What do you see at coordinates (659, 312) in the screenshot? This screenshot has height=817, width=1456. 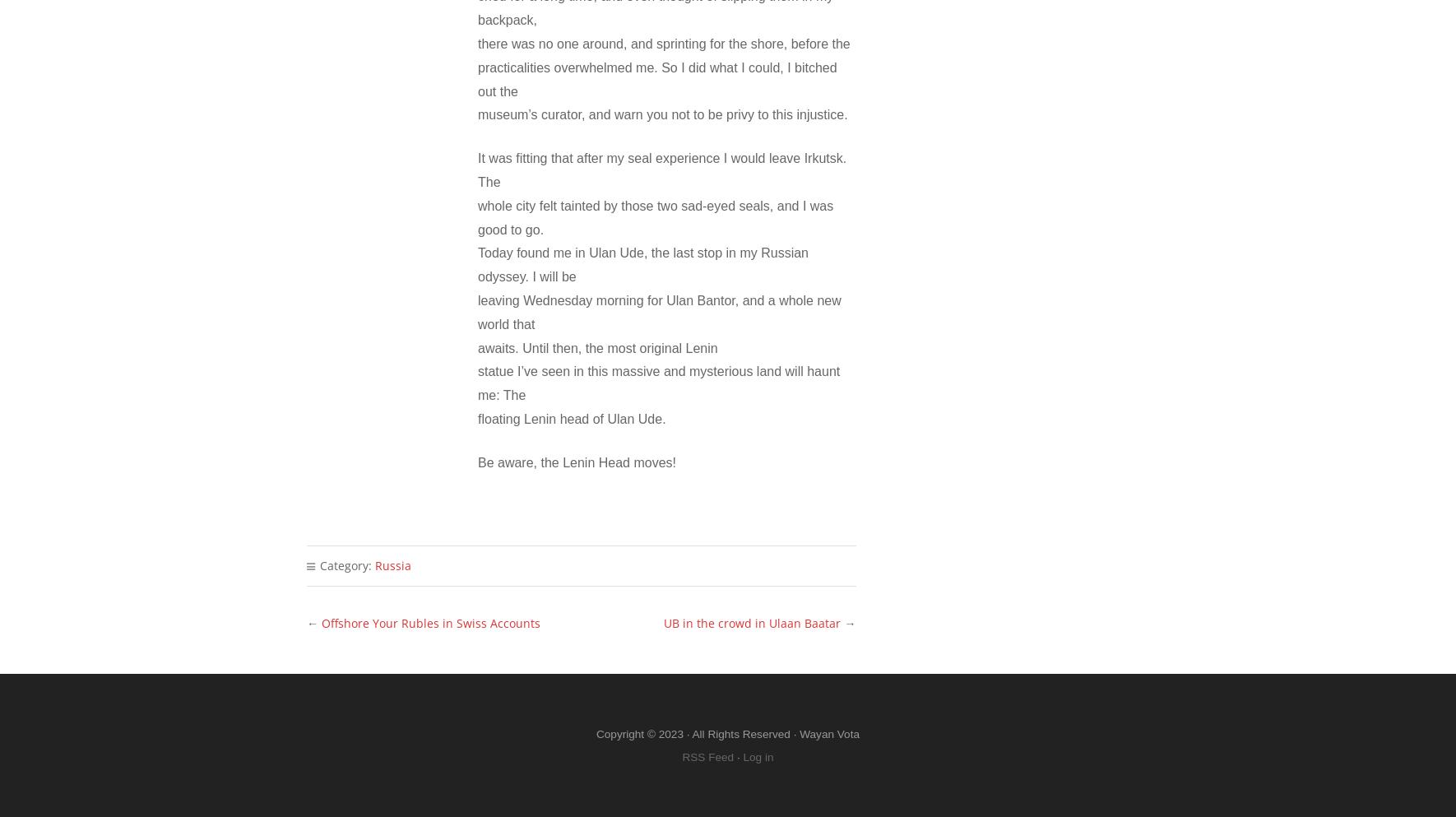 I see `'leaving Wednesday morning for Ulan Bantor, and a whole new world that'` at bounding box center [659, 312].